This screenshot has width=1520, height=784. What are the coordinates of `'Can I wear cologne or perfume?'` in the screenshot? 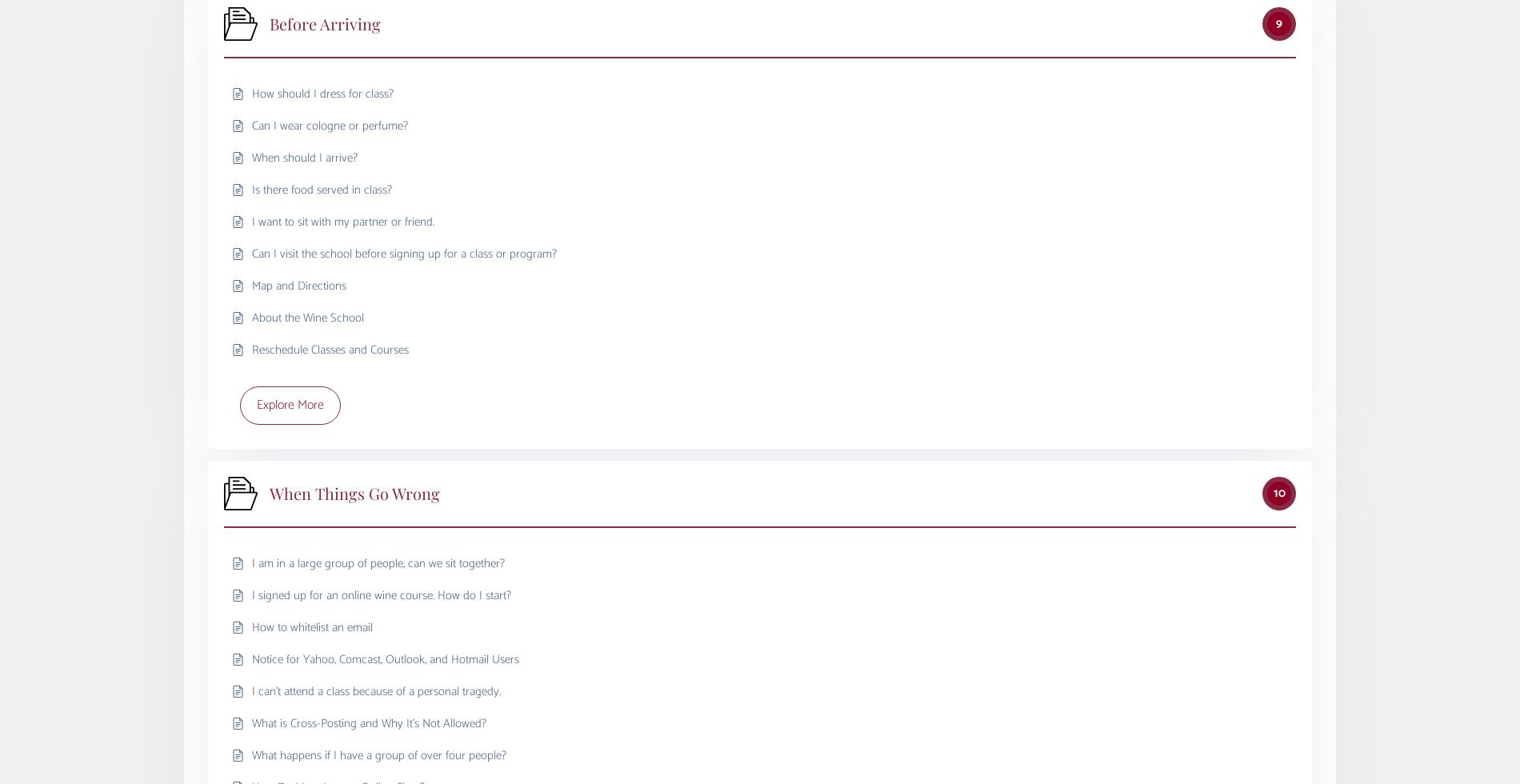 It's located at (329, 125).